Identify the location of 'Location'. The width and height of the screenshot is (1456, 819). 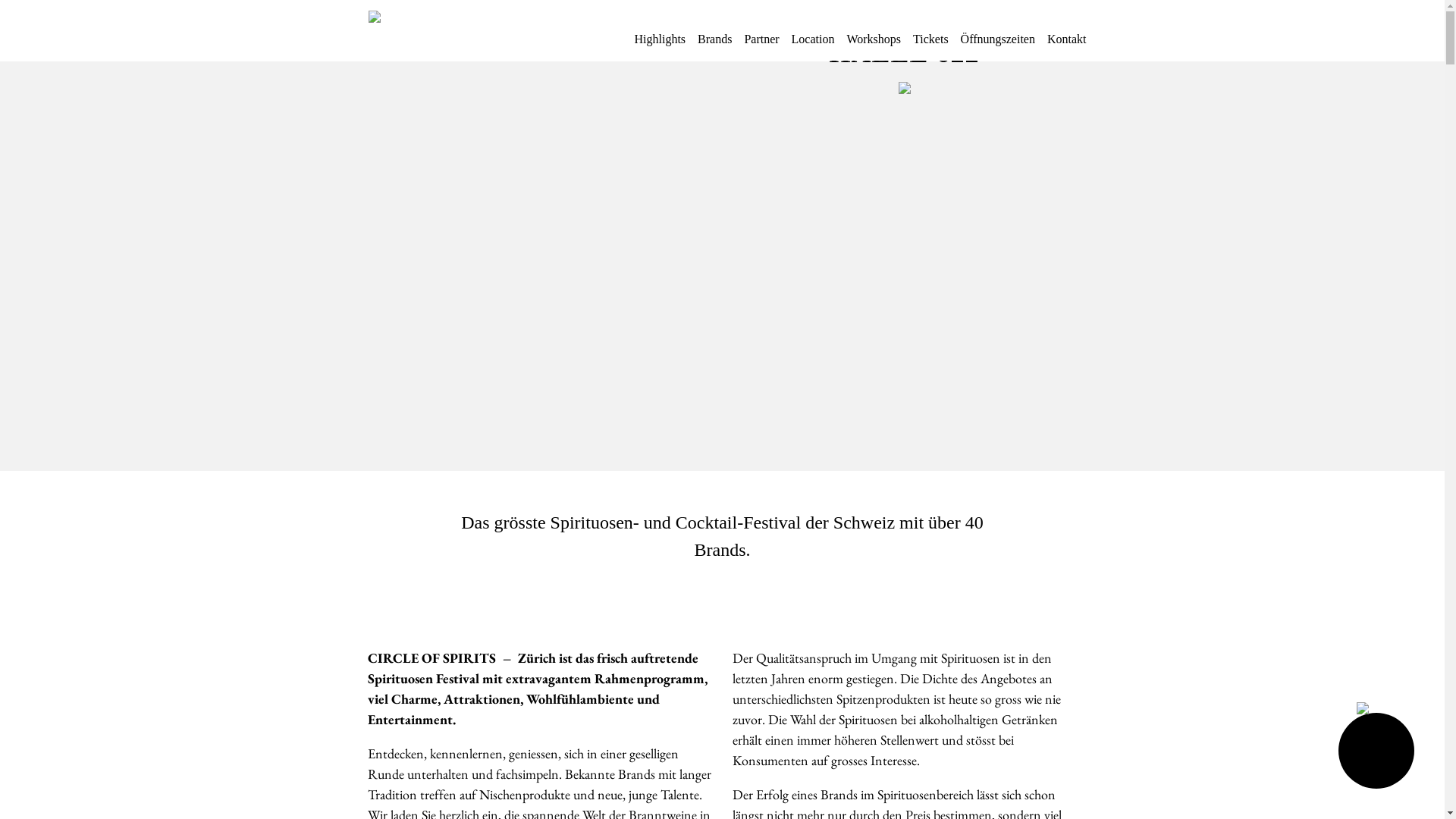
(812, 45).